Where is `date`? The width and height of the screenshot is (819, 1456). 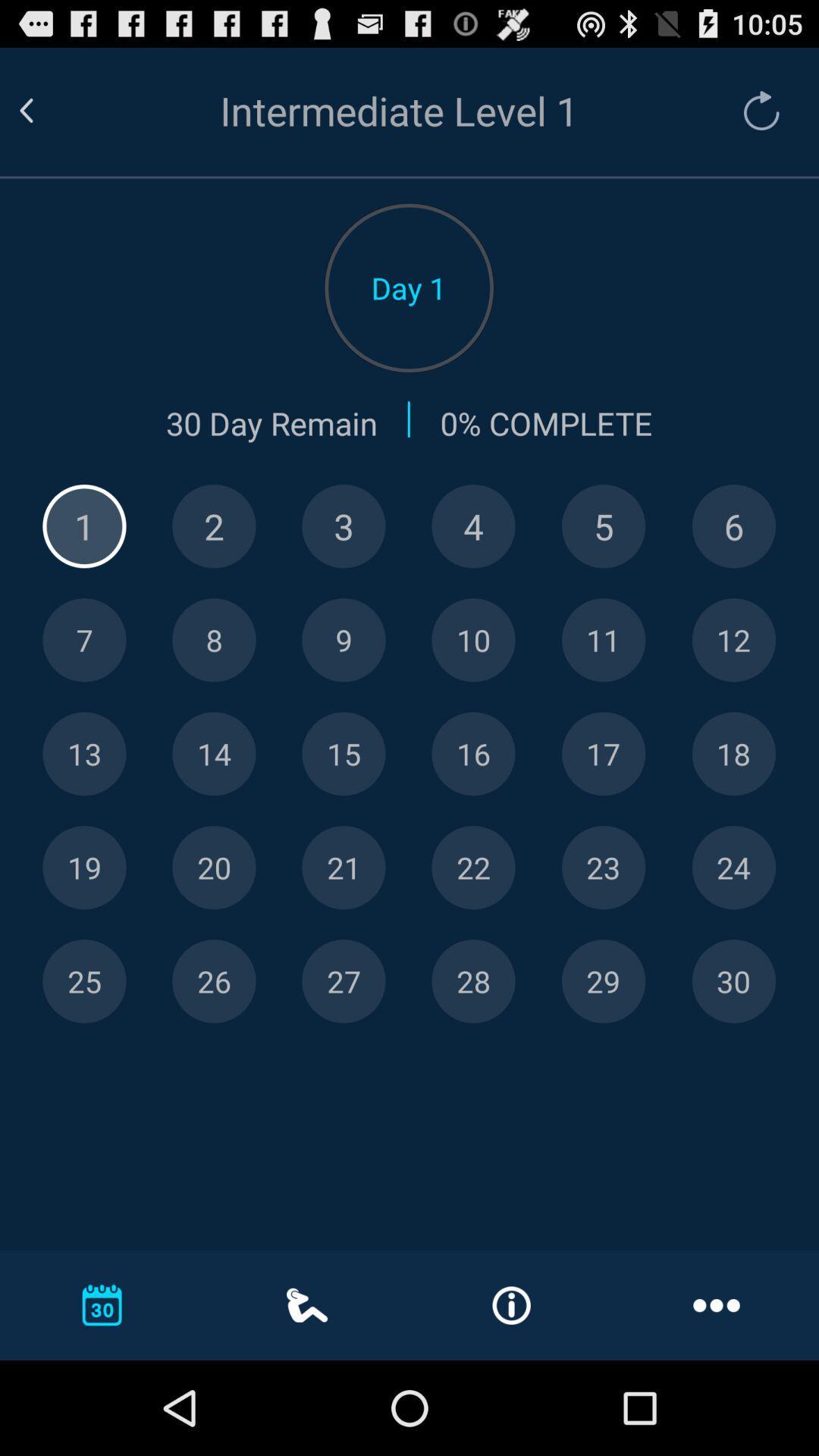
date is located at coordinates (733, 640).